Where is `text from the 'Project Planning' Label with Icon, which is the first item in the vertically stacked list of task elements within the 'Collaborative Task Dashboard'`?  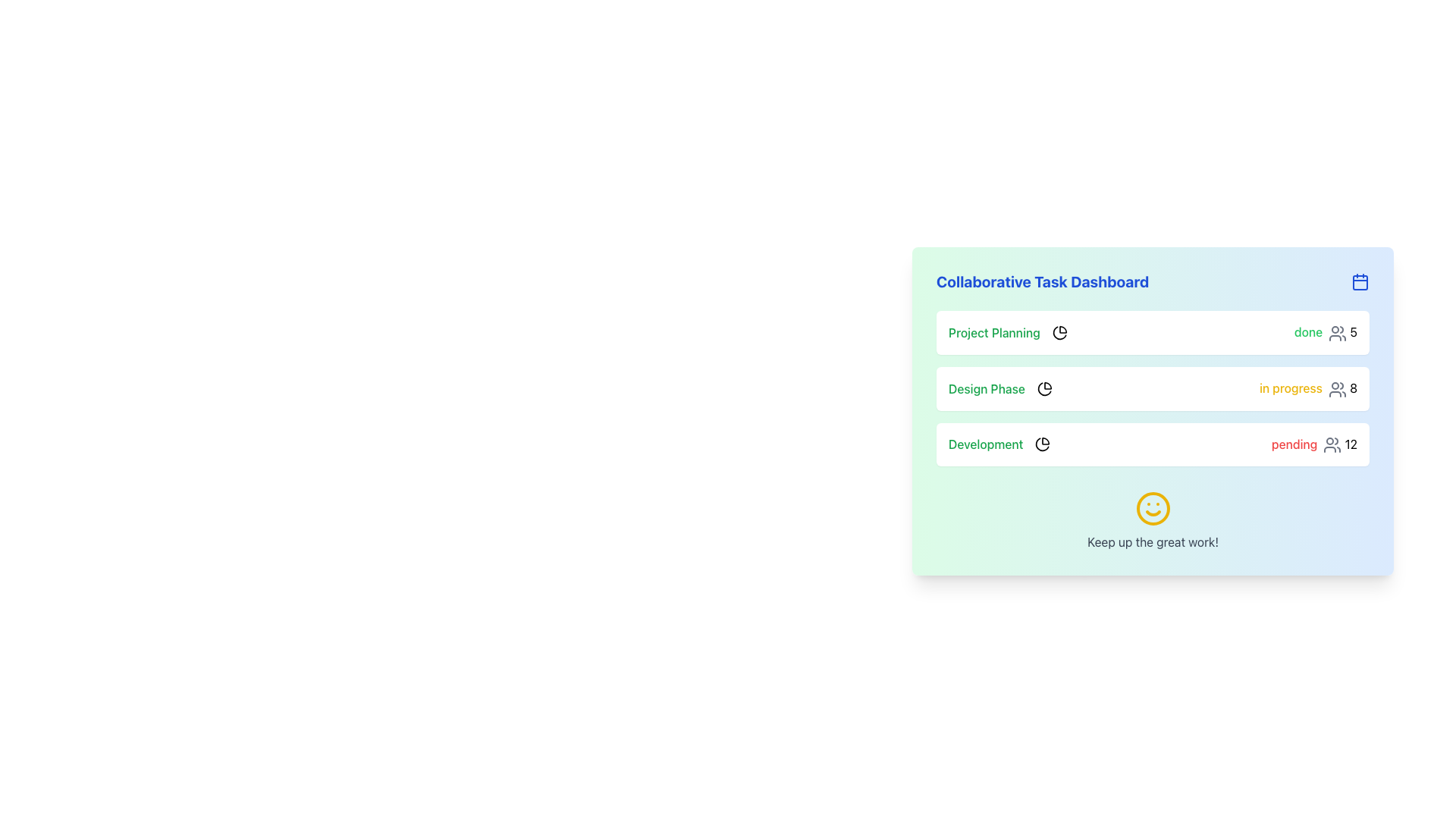
text from the 'Project Planning' Label with Icon, which is the first item in the vertically stacked list of task elements within the 'Collaborative Task Dashboard' is located at coordinates (1008, 331).